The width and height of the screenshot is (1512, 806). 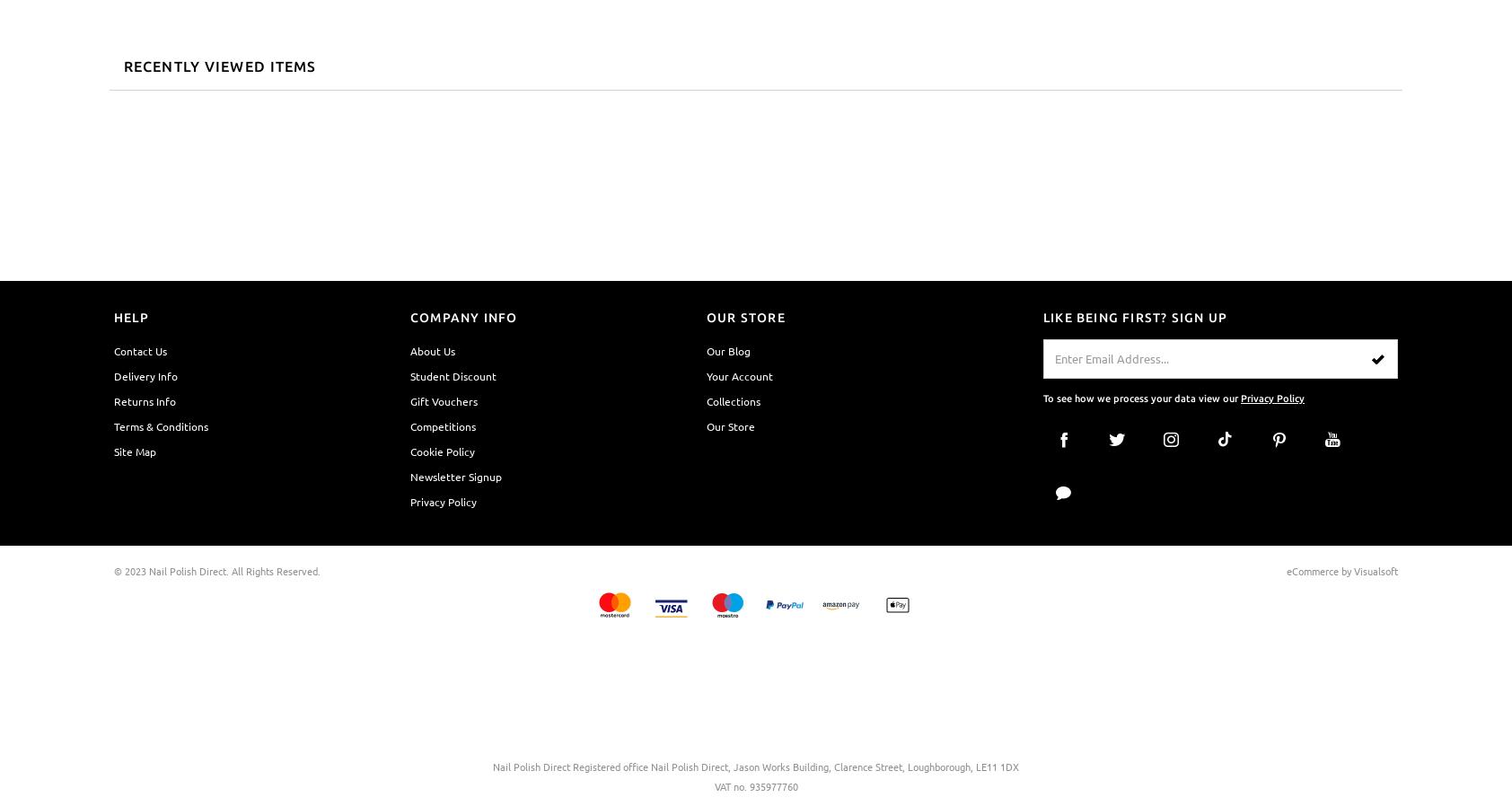 What do you see at coordinates (430, 350) in the screenshot?
I see `'About Us'` at bounding box center [430, 350].